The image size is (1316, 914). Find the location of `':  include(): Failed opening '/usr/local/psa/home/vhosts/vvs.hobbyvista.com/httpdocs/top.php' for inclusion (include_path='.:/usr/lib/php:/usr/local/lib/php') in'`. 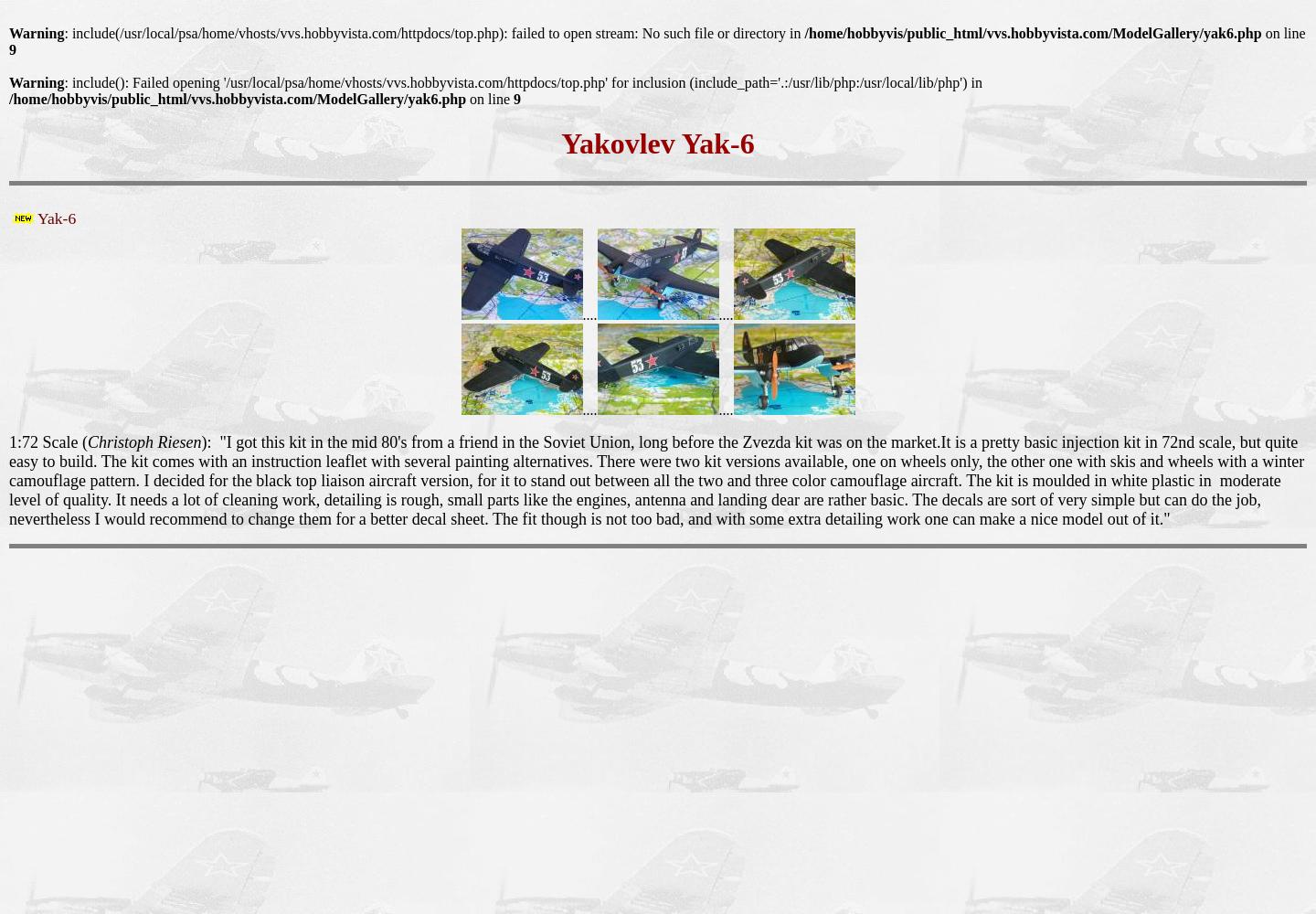

':  include(): Failed opening '/usr/local/psa/home/vhosts/vvs.hobbyvista.com/httpdocs/top.php' for inclusion (include_path='.:/usr/lib/php:/usr/local/lib/php') in' is located at coordinates (522, 81).